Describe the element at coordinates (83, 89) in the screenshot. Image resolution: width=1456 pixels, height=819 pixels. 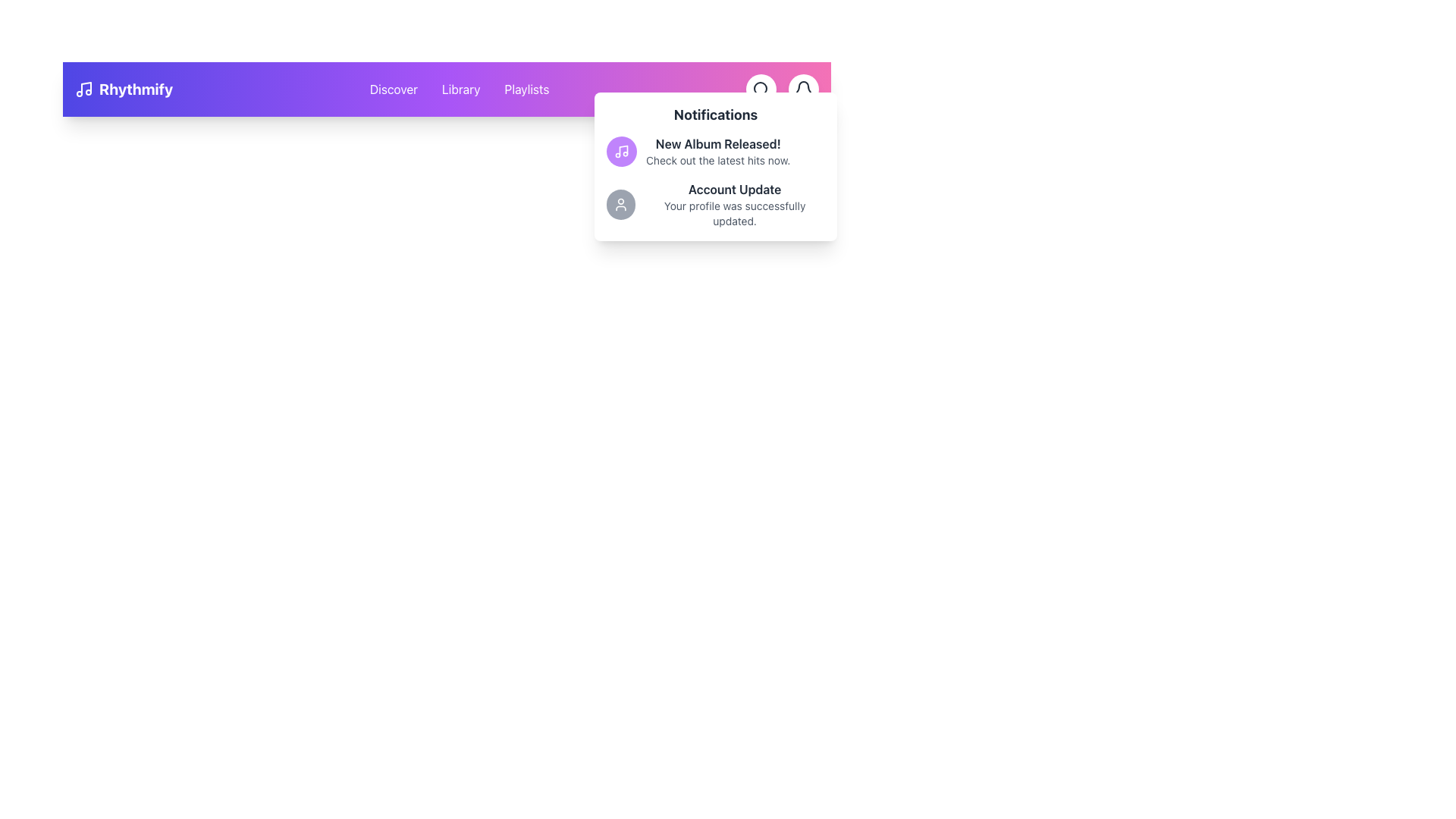
I see `the 'Rhythmify' application icon located in the header section, positioned left of the text 'Rhythmify'` at that location.